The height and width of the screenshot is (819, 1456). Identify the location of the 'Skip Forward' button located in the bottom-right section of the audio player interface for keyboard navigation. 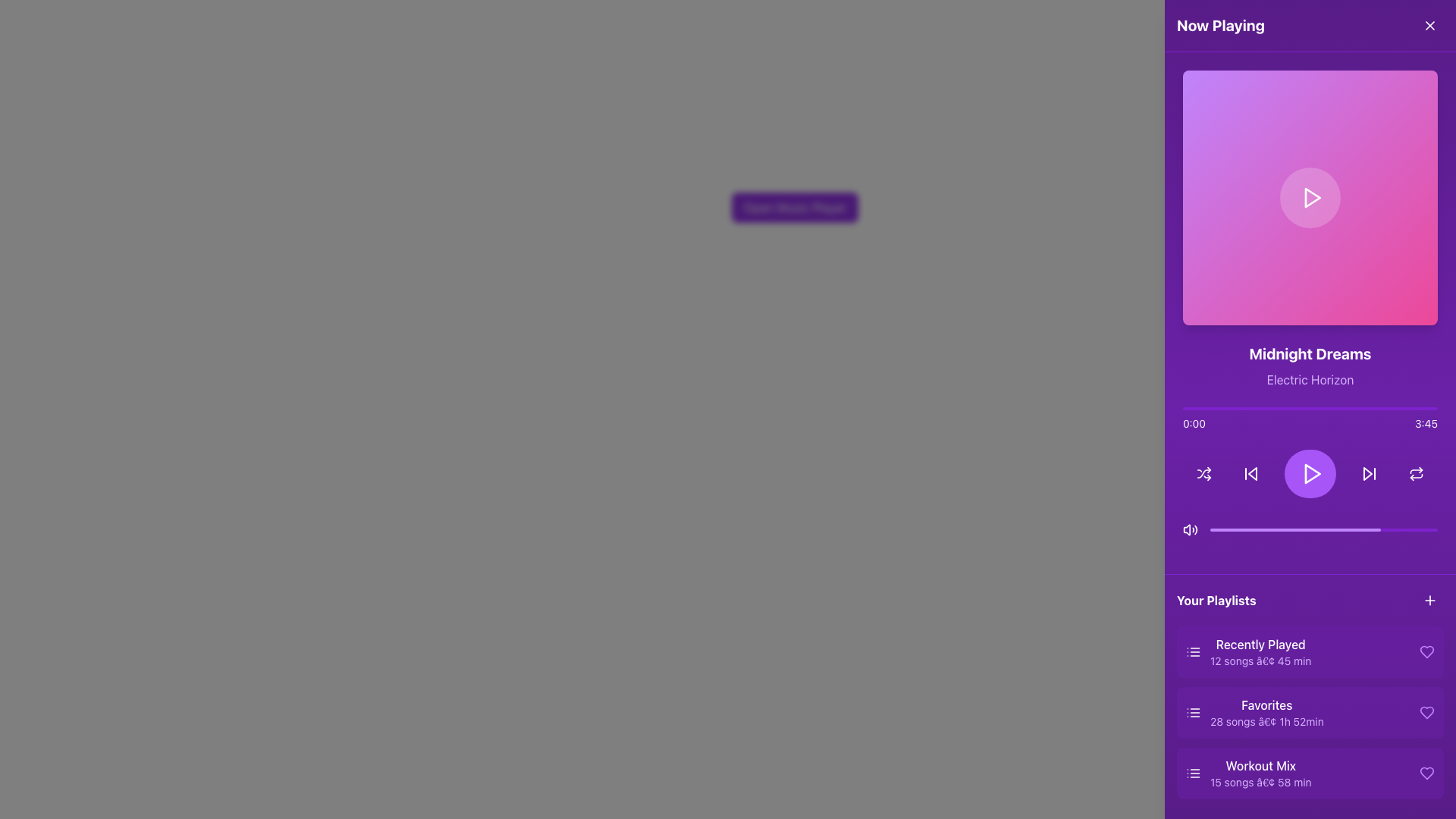
(1369, 472).